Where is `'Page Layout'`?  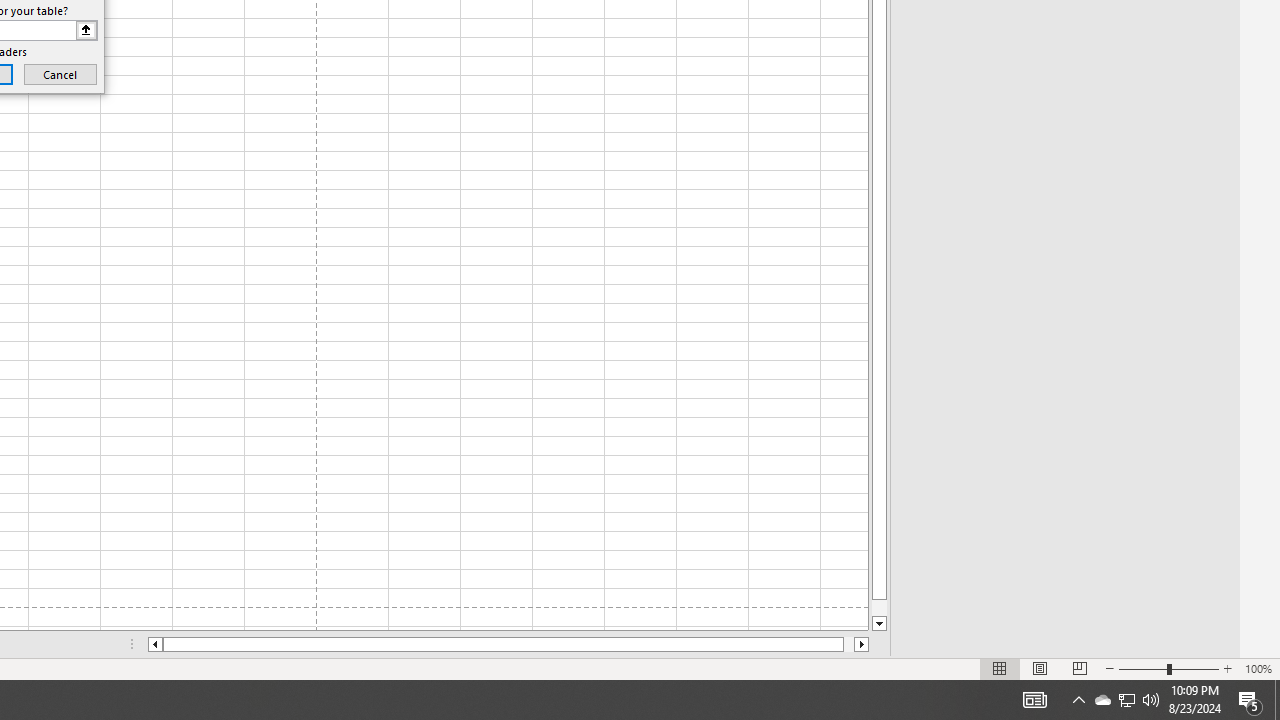
'Page Layout' is located at coordinates (1040, 669).